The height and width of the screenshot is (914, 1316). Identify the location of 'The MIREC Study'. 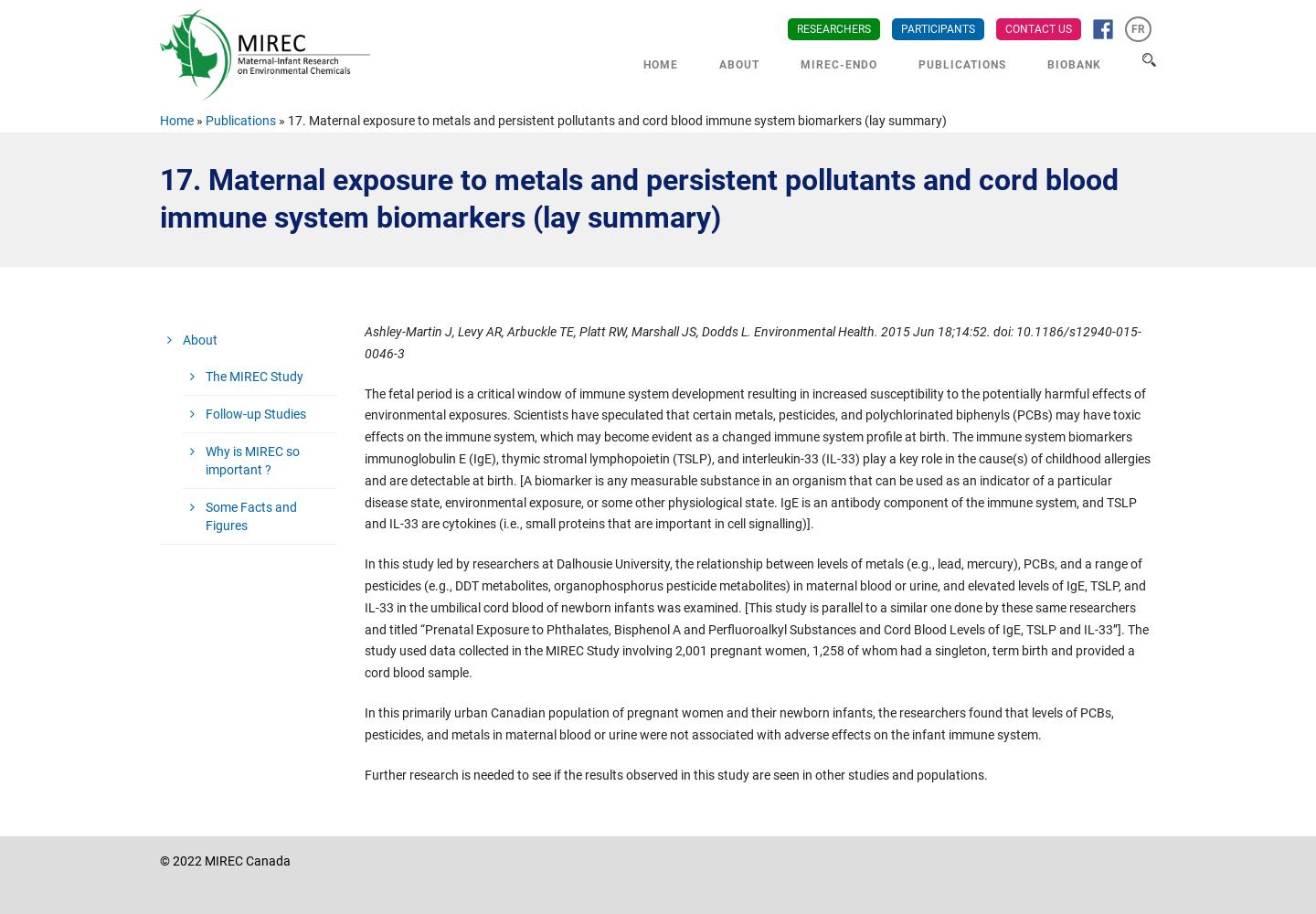
(253, 377).